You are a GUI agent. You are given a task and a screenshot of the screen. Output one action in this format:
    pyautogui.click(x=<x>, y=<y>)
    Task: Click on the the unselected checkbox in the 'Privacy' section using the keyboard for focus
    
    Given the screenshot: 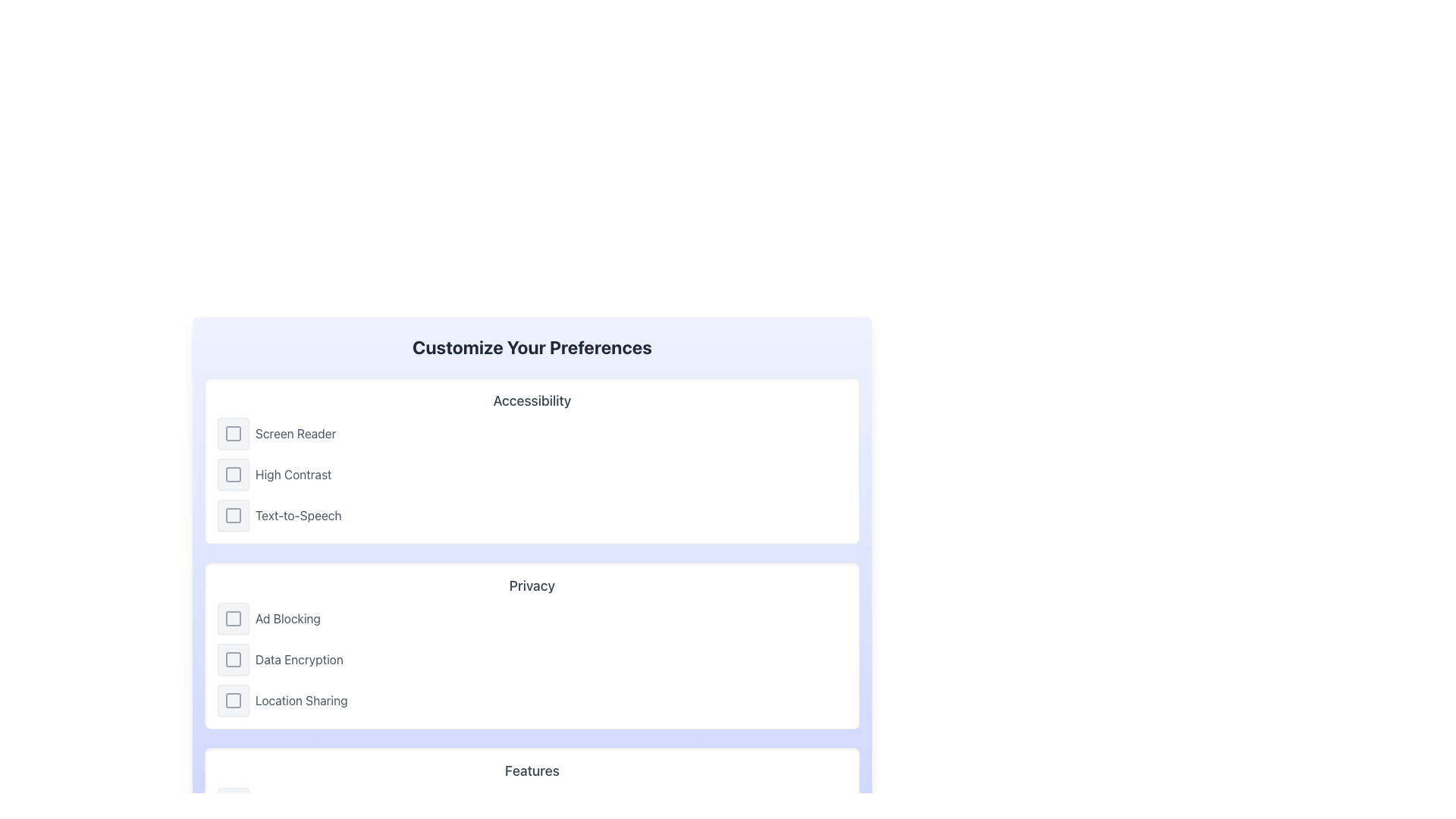 What is the action you would take?
    pyautogui.click(x=232, y=701)
    